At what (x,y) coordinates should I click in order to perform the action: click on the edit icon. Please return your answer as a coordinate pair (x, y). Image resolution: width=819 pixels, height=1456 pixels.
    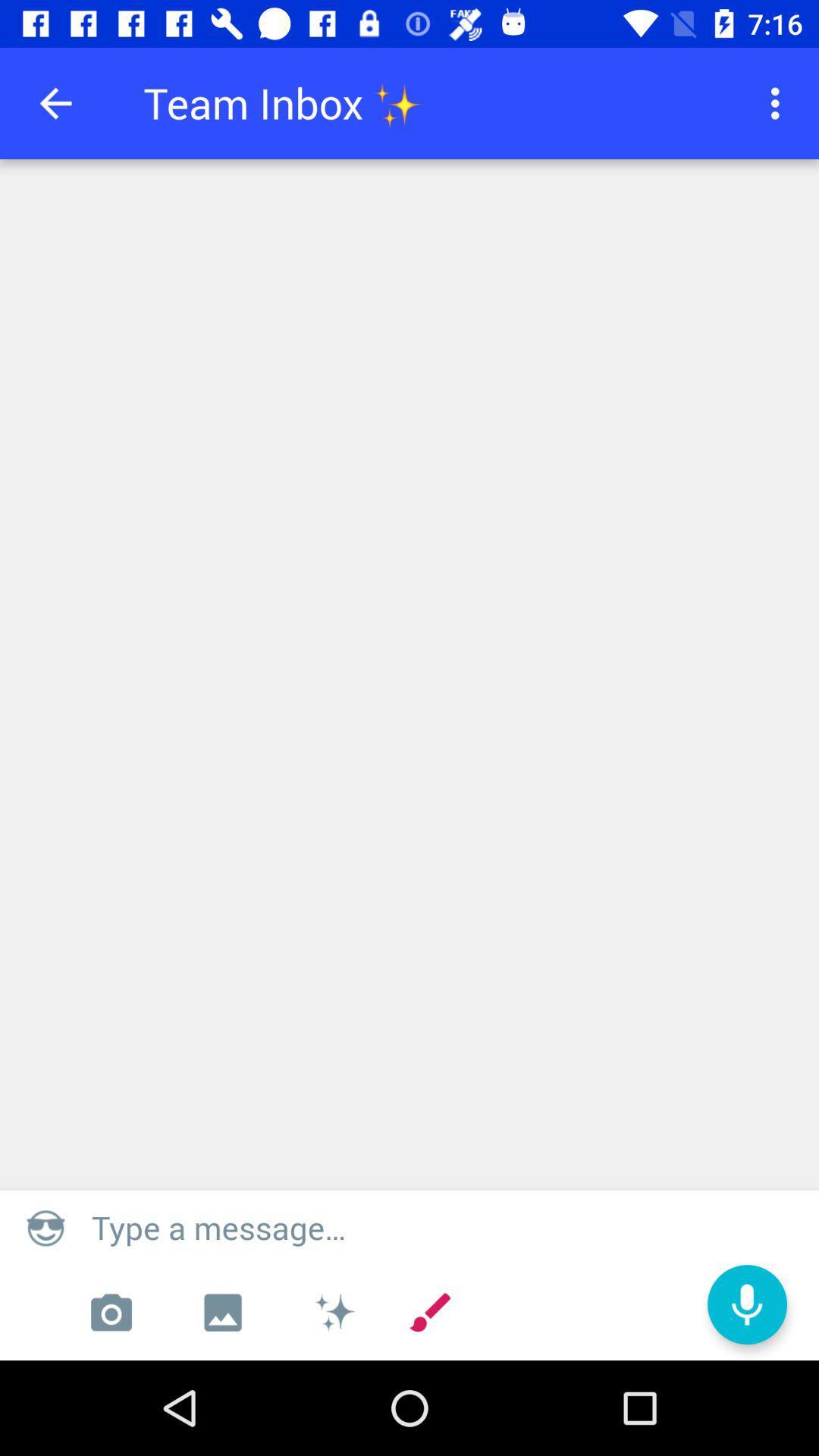
    Looking at the image, I should click on (430, 1312).